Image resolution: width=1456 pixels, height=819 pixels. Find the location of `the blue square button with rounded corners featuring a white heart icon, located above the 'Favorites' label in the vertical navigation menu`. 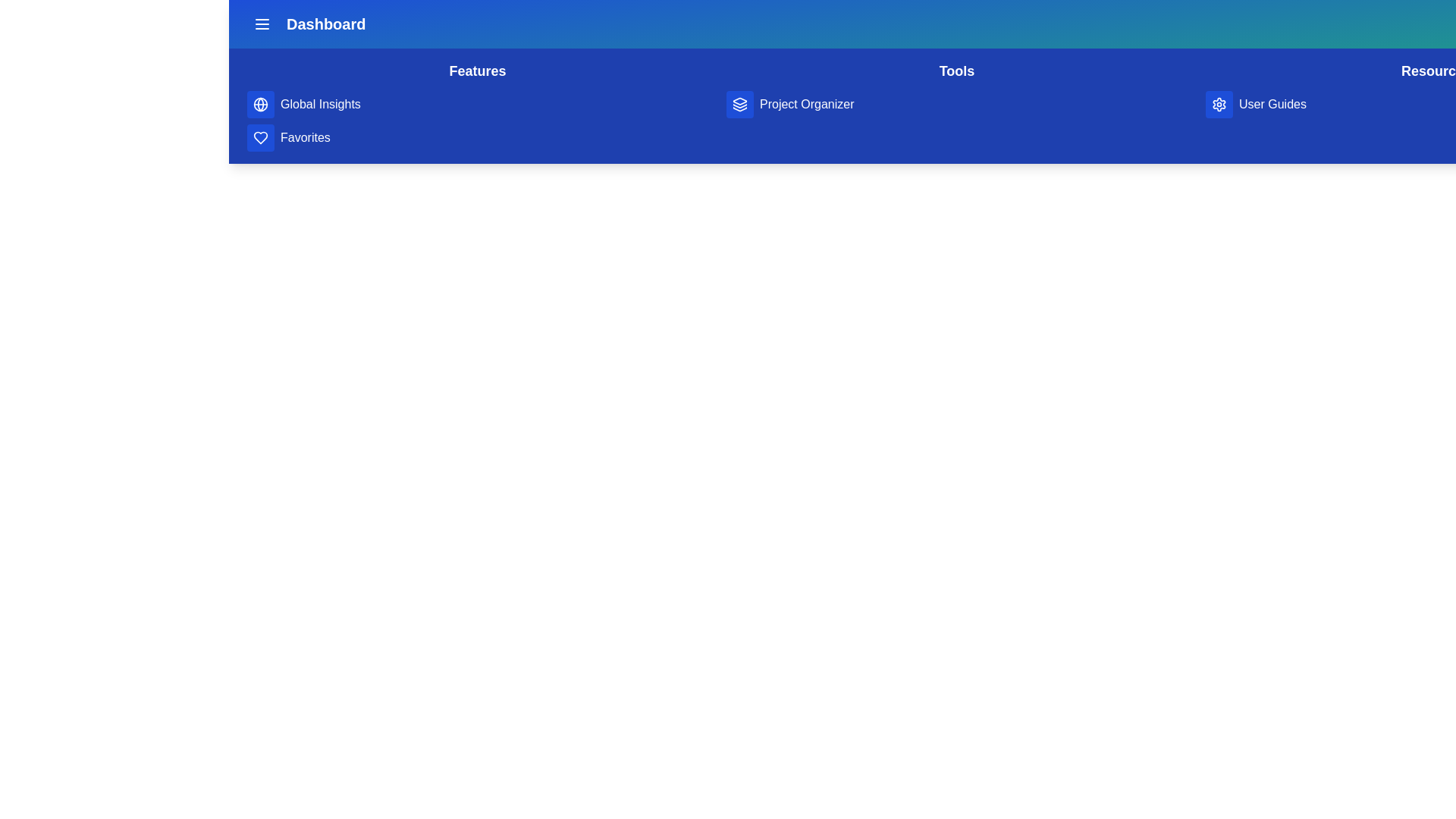

the blue square button with rounded corners featuring a white heart icon, located above the 'Favorites' label in the vertical navigation menu is located at coordinates (261, 137).